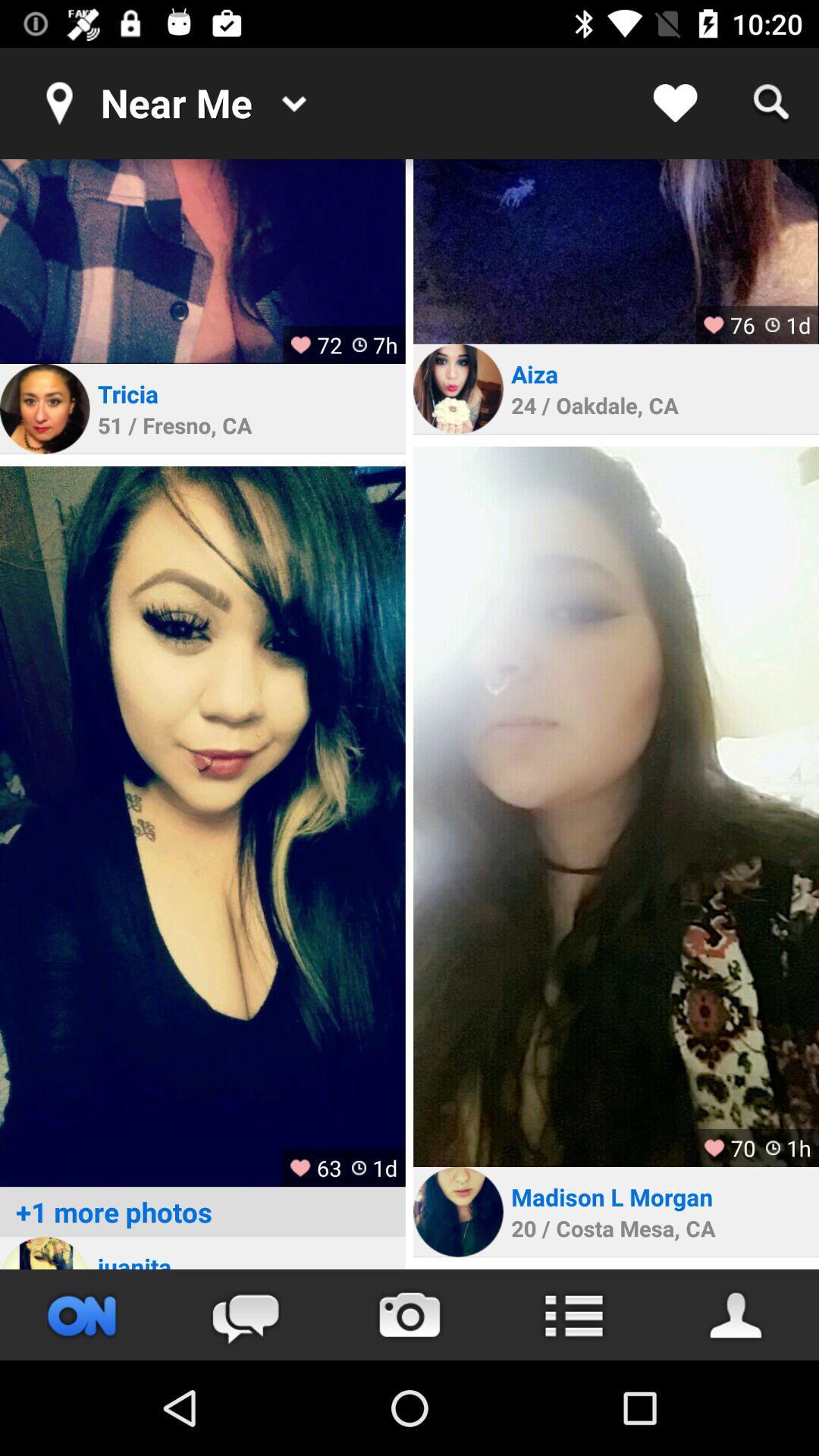  Describe the element at coordinates (616, 805) in the screenshot. I see `profile` at that location.